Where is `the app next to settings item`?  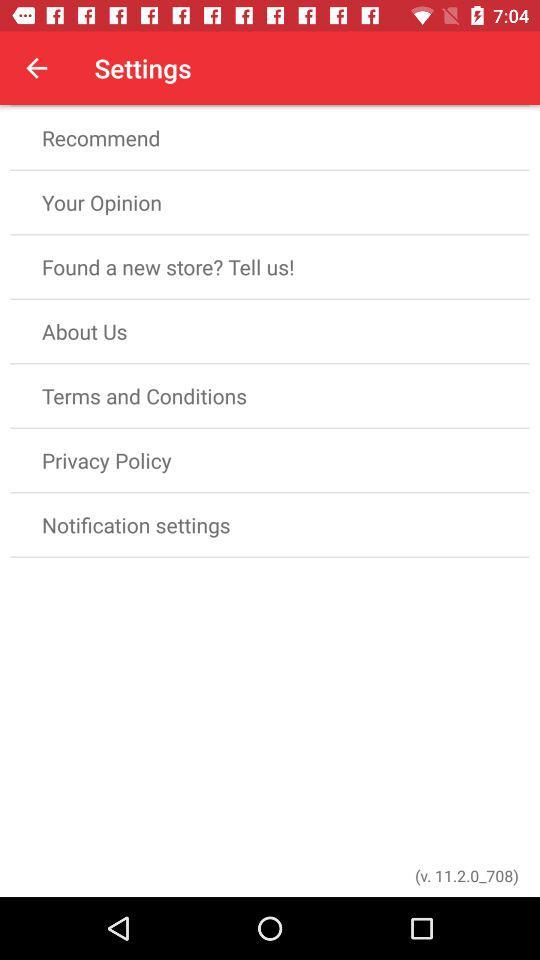
the app next to settings item is located at coordinates (36, 68).